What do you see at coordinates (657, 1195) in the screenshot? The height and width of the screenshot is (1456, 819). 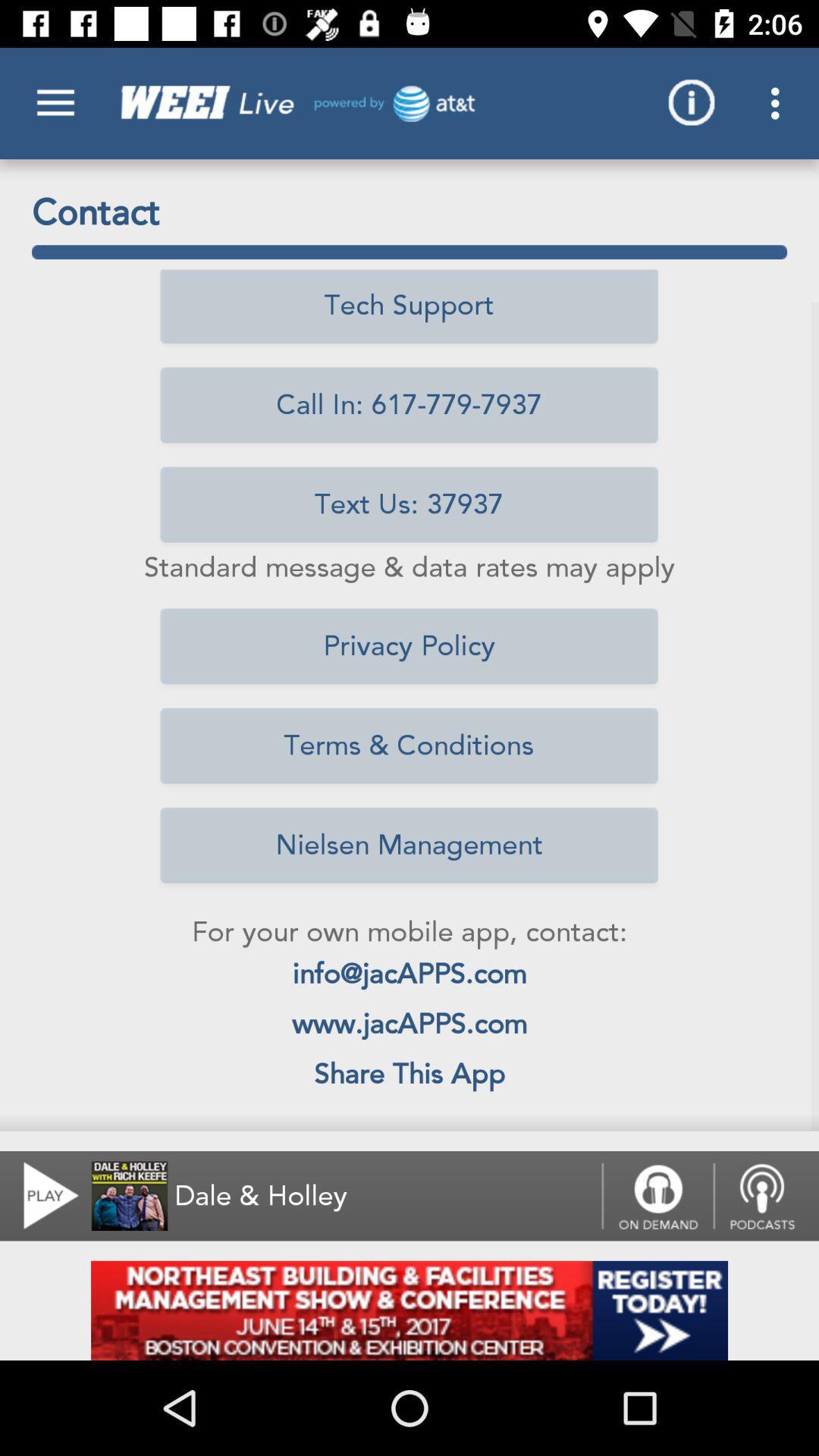 I see `the lock icon` at bounding box center [657, 1195].